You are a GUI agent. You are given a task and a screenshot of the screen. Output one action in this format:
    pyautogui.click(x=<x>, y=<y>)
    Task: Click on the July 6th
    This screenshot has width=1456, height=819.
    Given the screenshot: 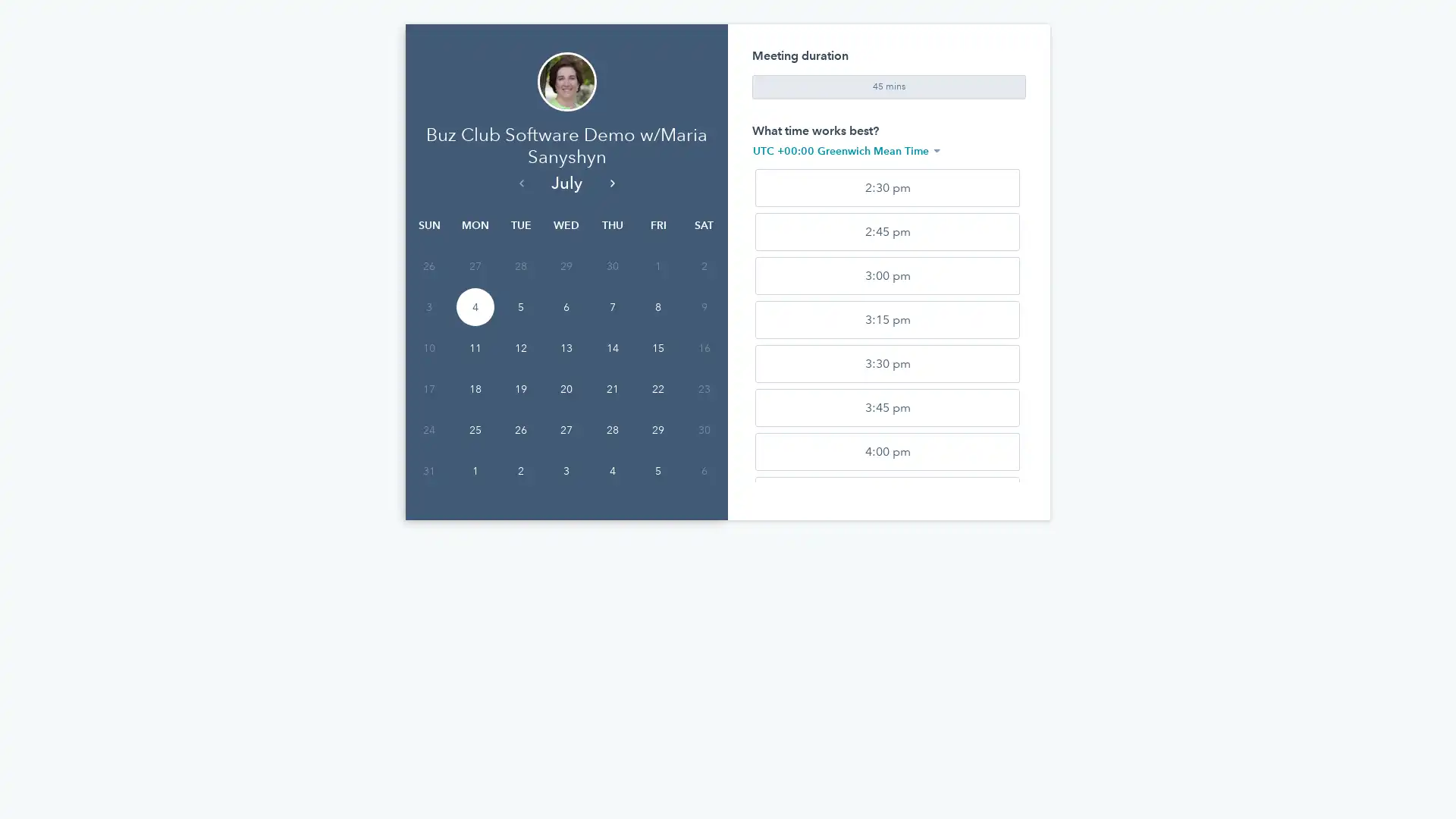 What is the action you would take?
    pyautogui.click(x=566, y=365)
    